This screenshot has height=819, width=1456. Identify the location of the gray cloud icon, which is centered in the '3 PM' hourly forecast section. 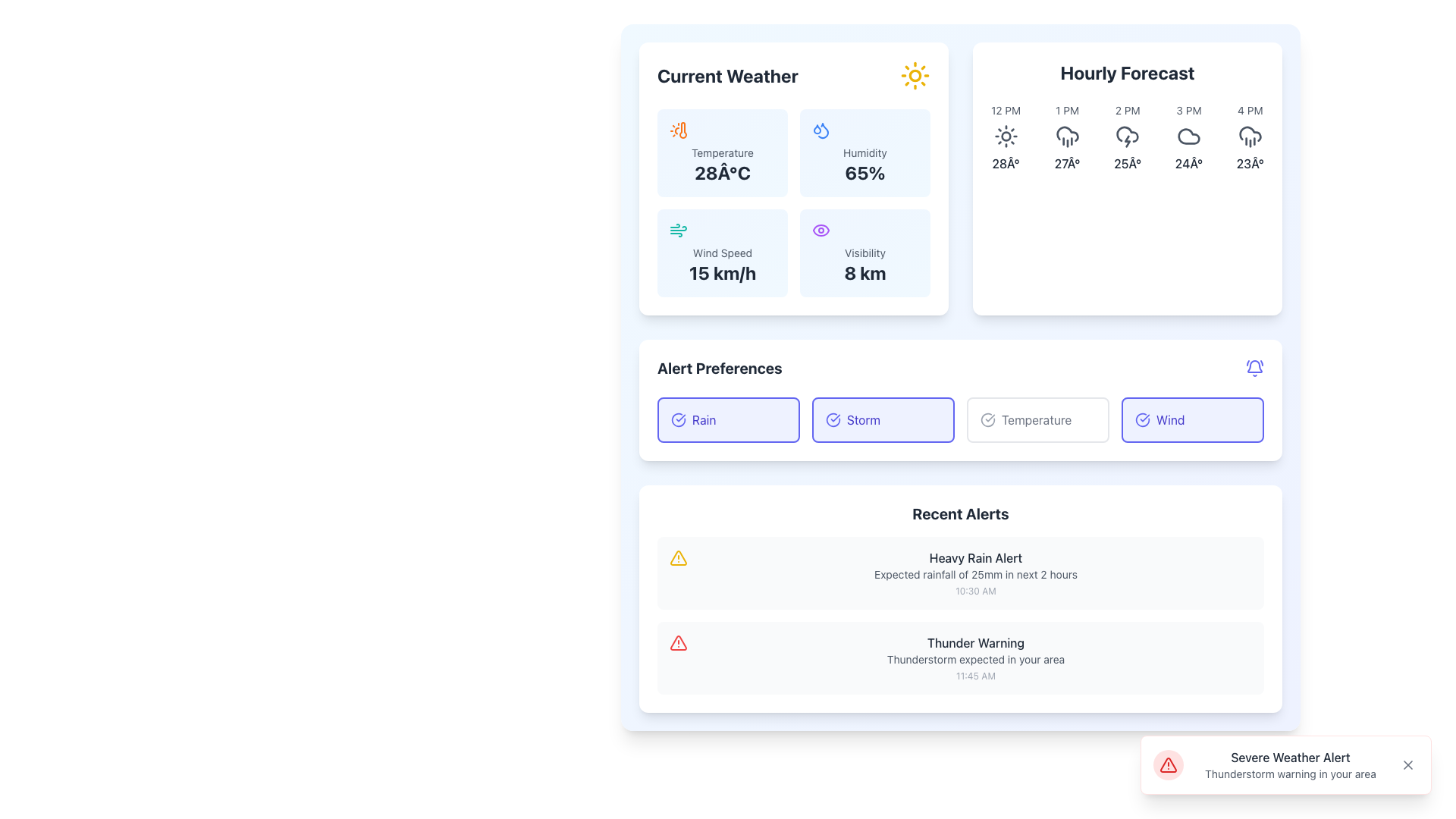
(1188, 136).